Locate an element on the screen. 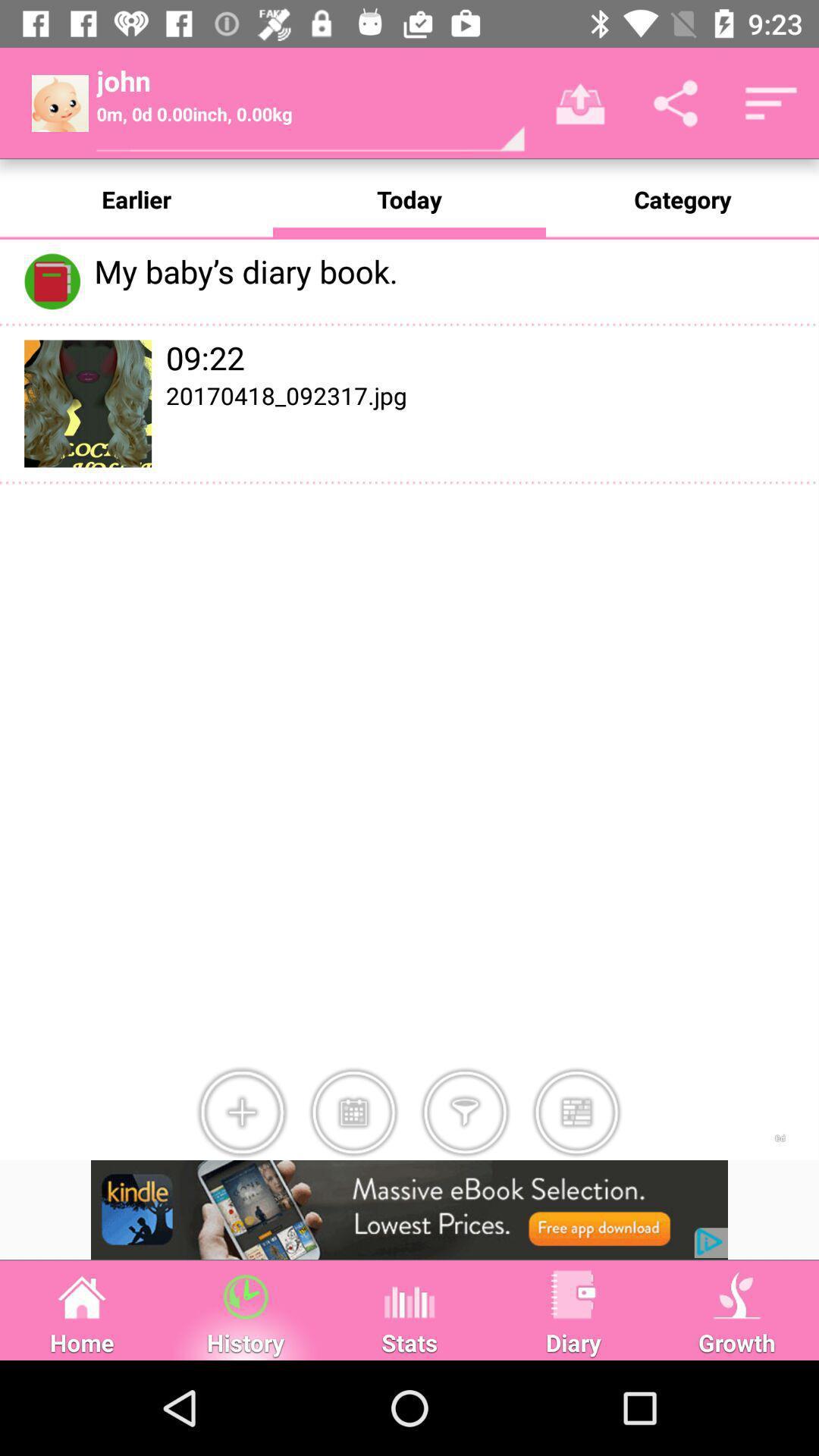 The width and height of the screenshot is (819, 1456). the date_range icon is located at coordinates (576, 1112).